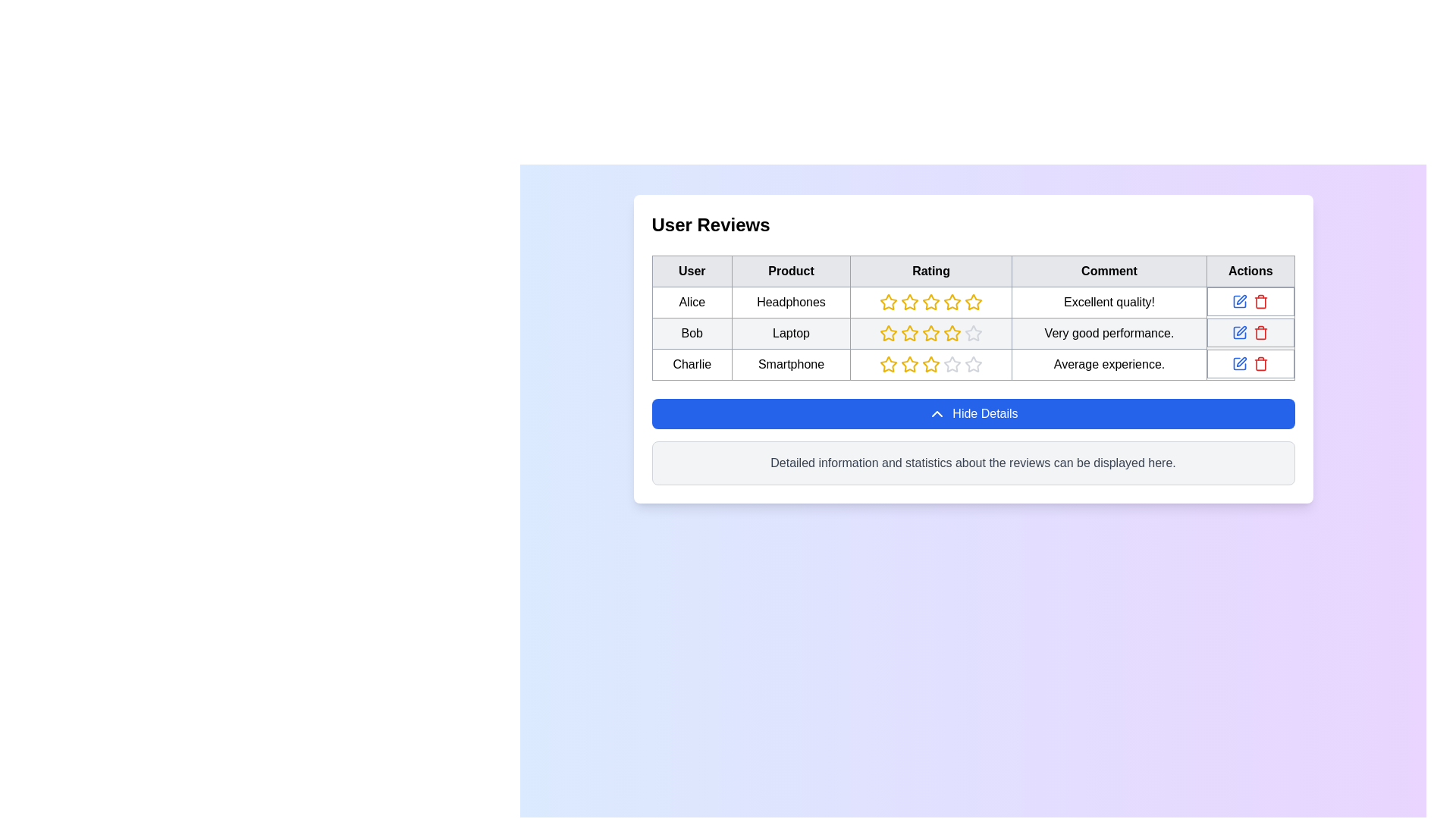  I want to click on the visual rating control element located in the second row of the 'Rating' column, adjacent to 'Bob' in the 'User' column and 'Very good performance.' in the 'Comment' column, so click(973, 332).